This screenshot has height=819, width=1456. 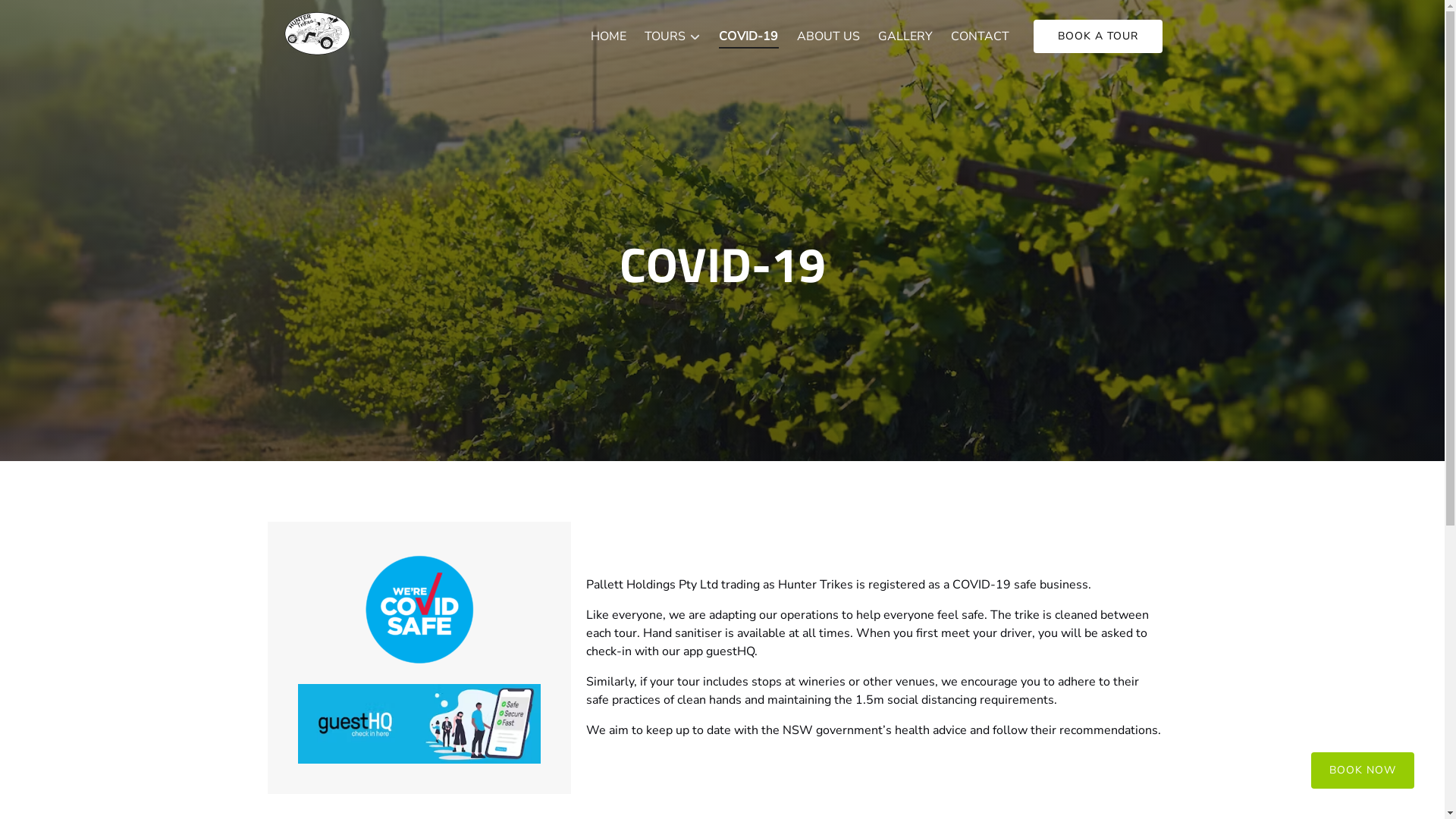 What do you see at coordinates (1362, 761) in the screenshot?
I see `'BOOK NOW'` at bounding box center [1362, 761].